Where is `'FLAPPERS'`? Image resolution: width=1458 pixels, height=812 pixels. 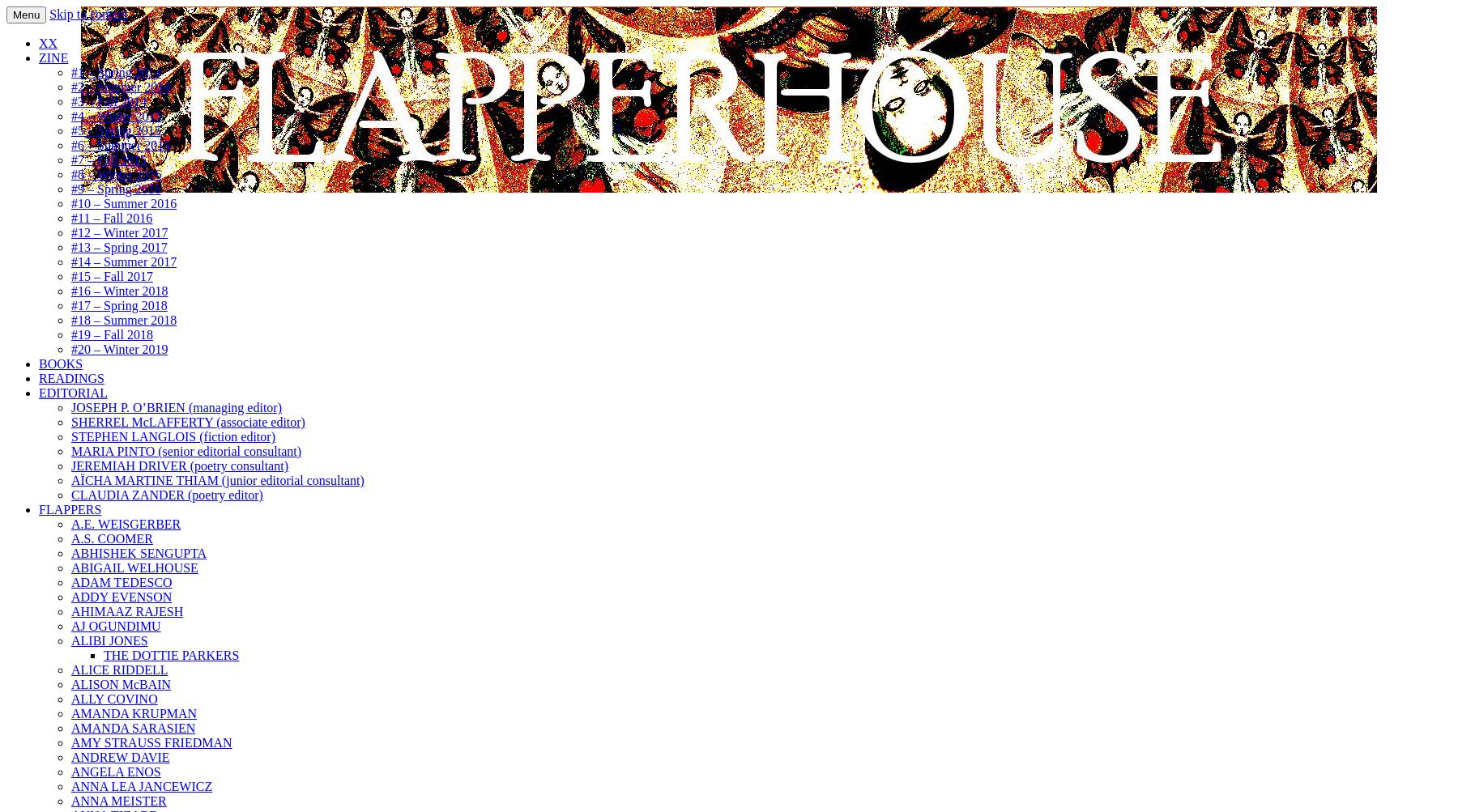 'FLAPPERS' is located at coordinates (69, 509).